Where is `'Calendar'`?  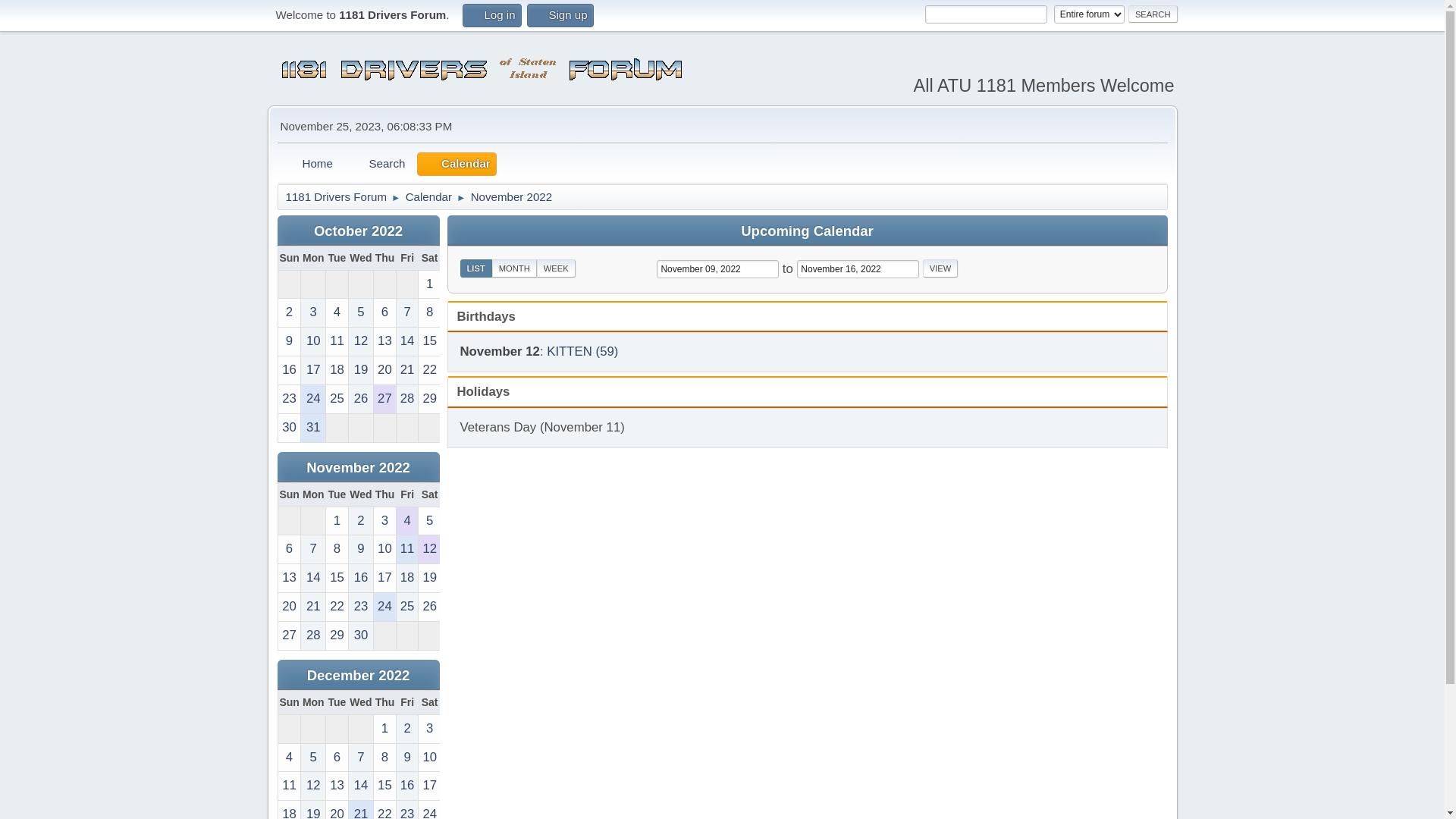 'Calendar' is located at coordinates (428, 193).